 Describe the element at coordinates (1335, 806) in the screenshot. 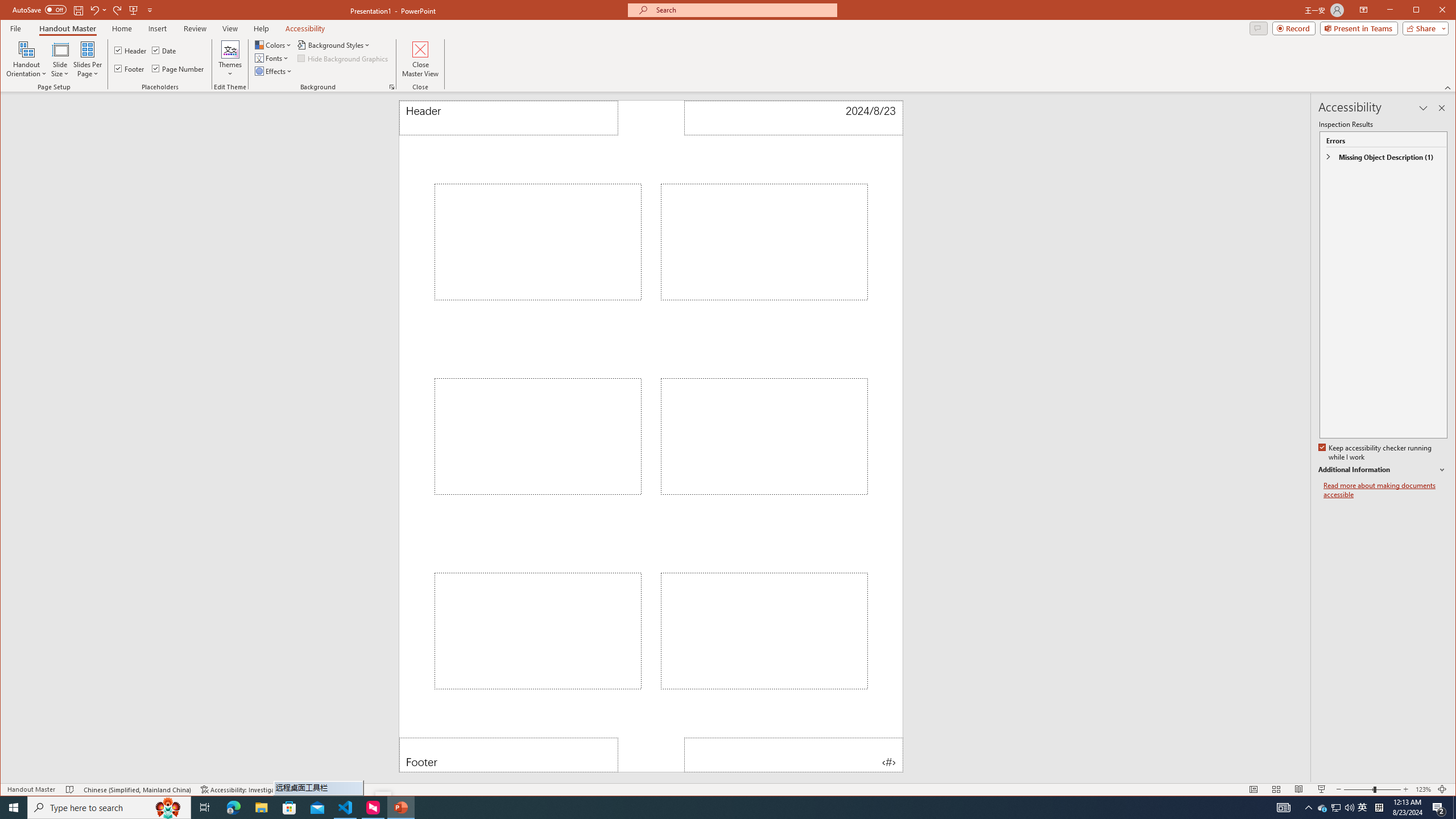

I see `'User Promoted Notification Area'` at that location.